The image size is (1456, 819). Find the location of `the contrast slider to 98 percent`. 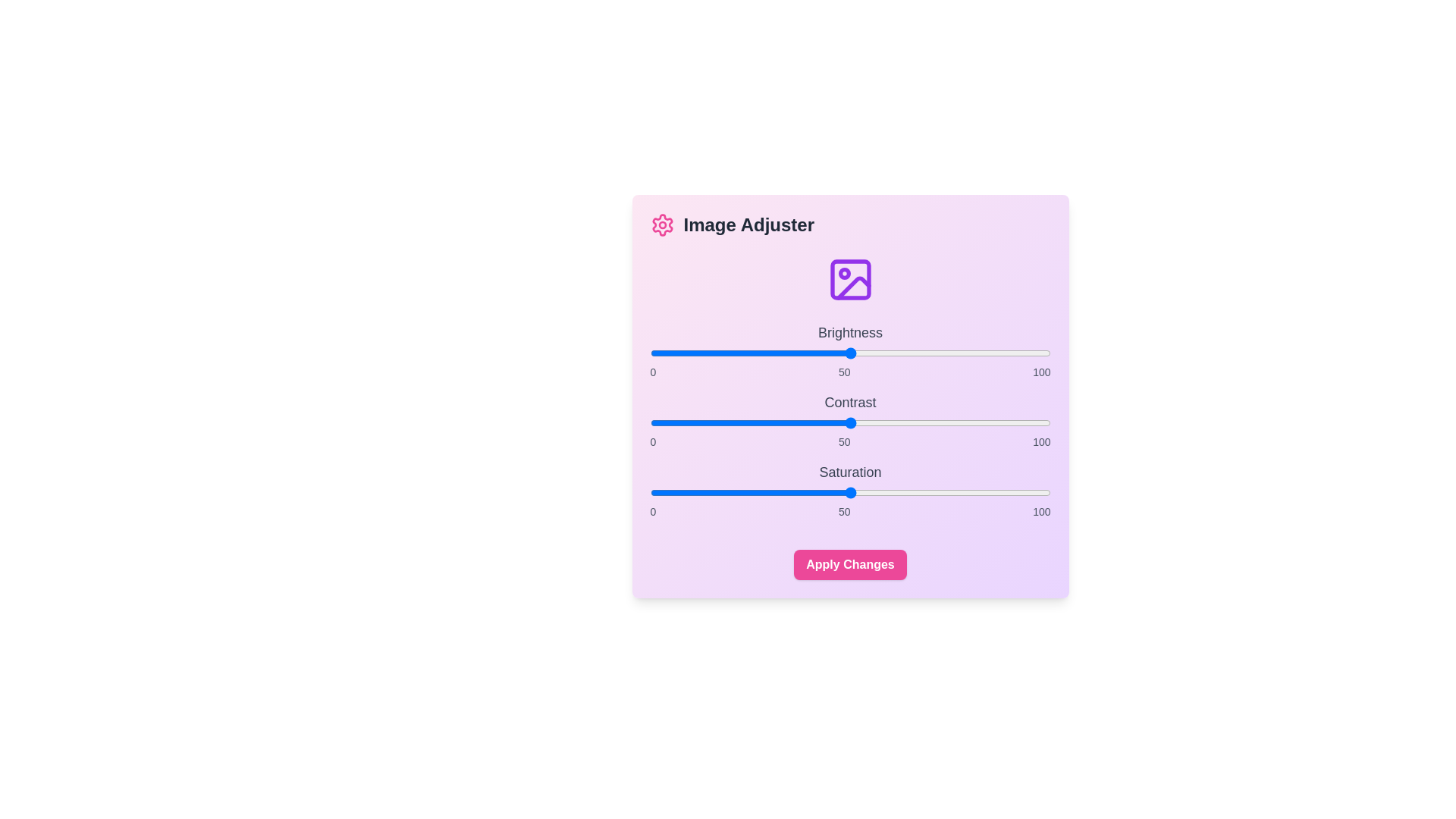

the contrast slider to 98 percent is located at coordinates (1041, 423).